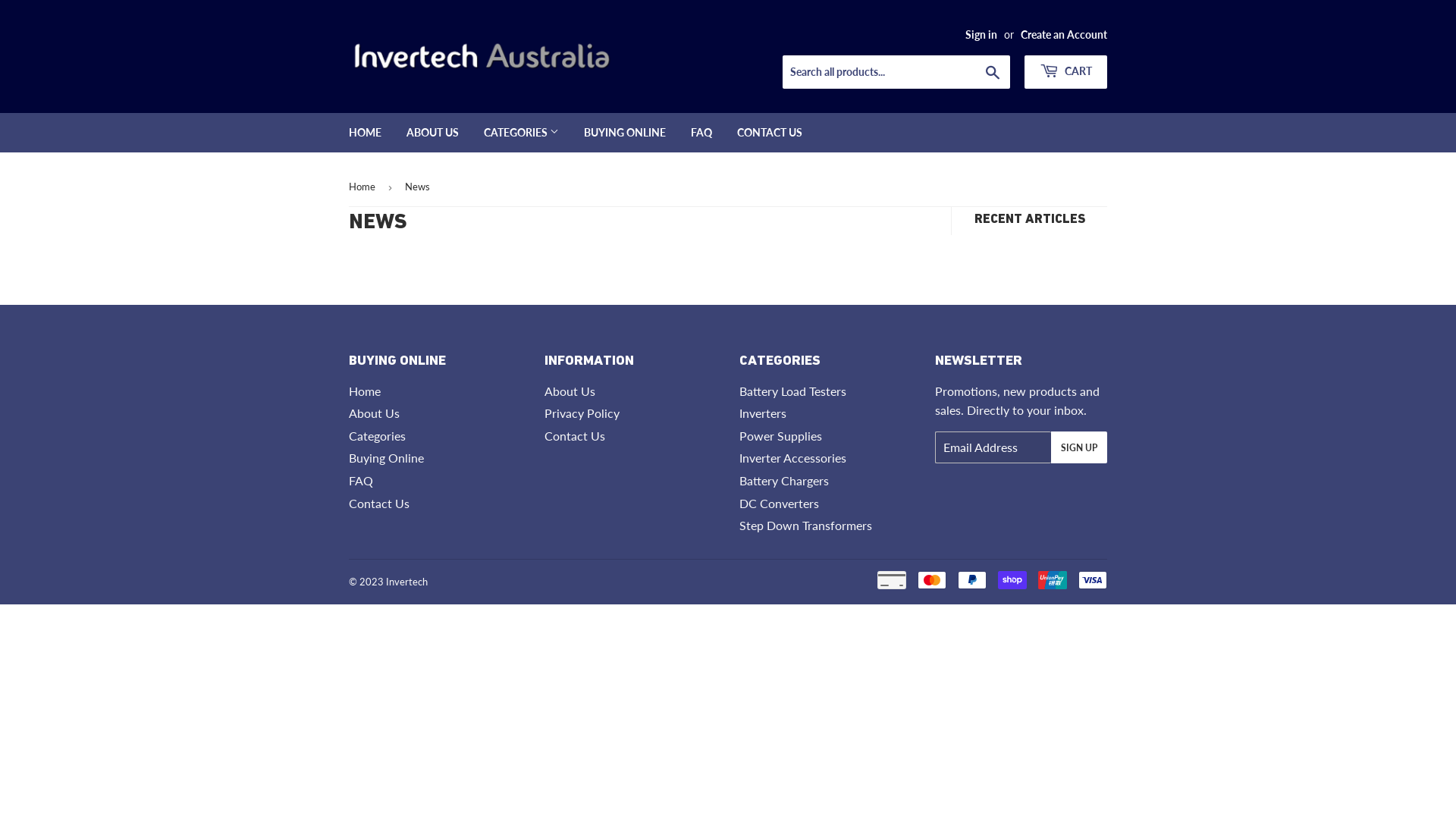 The width and height of the screenshot is (1456, 819). Describe the element at coordinates (779, 503) in the screenshot. I see `'DC Converters'` at that location.